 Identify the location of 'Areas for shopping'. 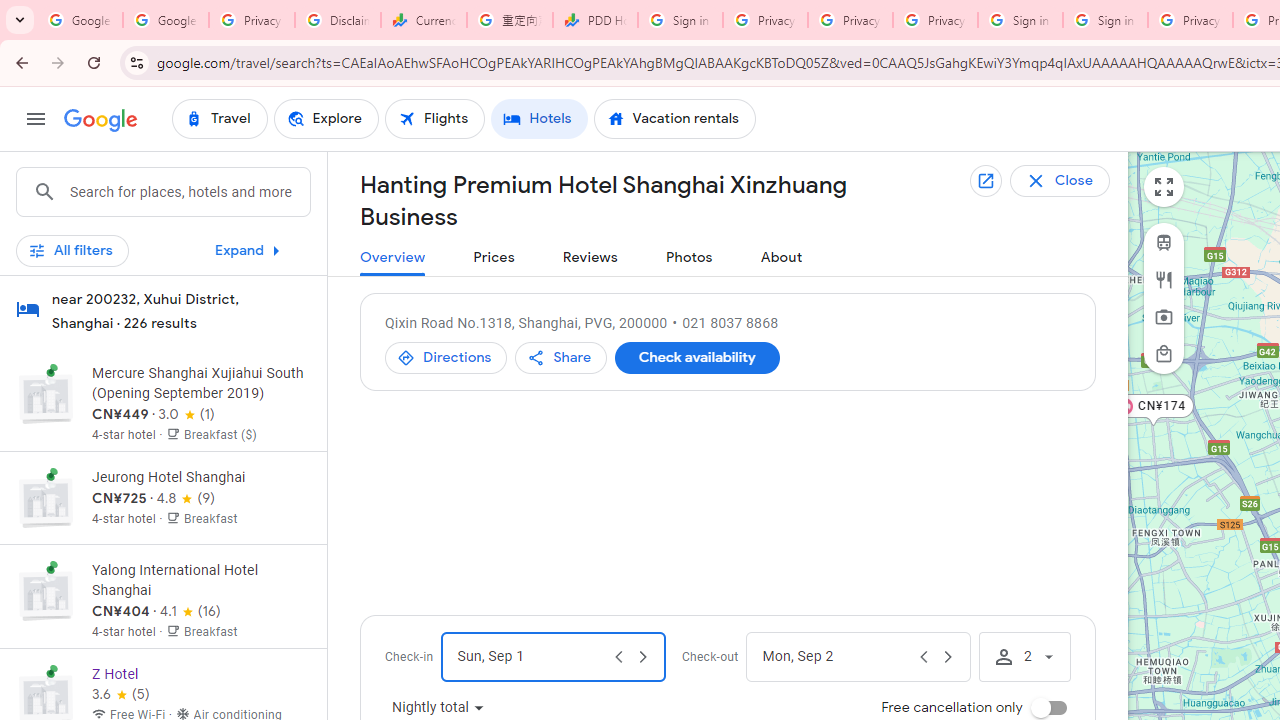
(1164, 352).